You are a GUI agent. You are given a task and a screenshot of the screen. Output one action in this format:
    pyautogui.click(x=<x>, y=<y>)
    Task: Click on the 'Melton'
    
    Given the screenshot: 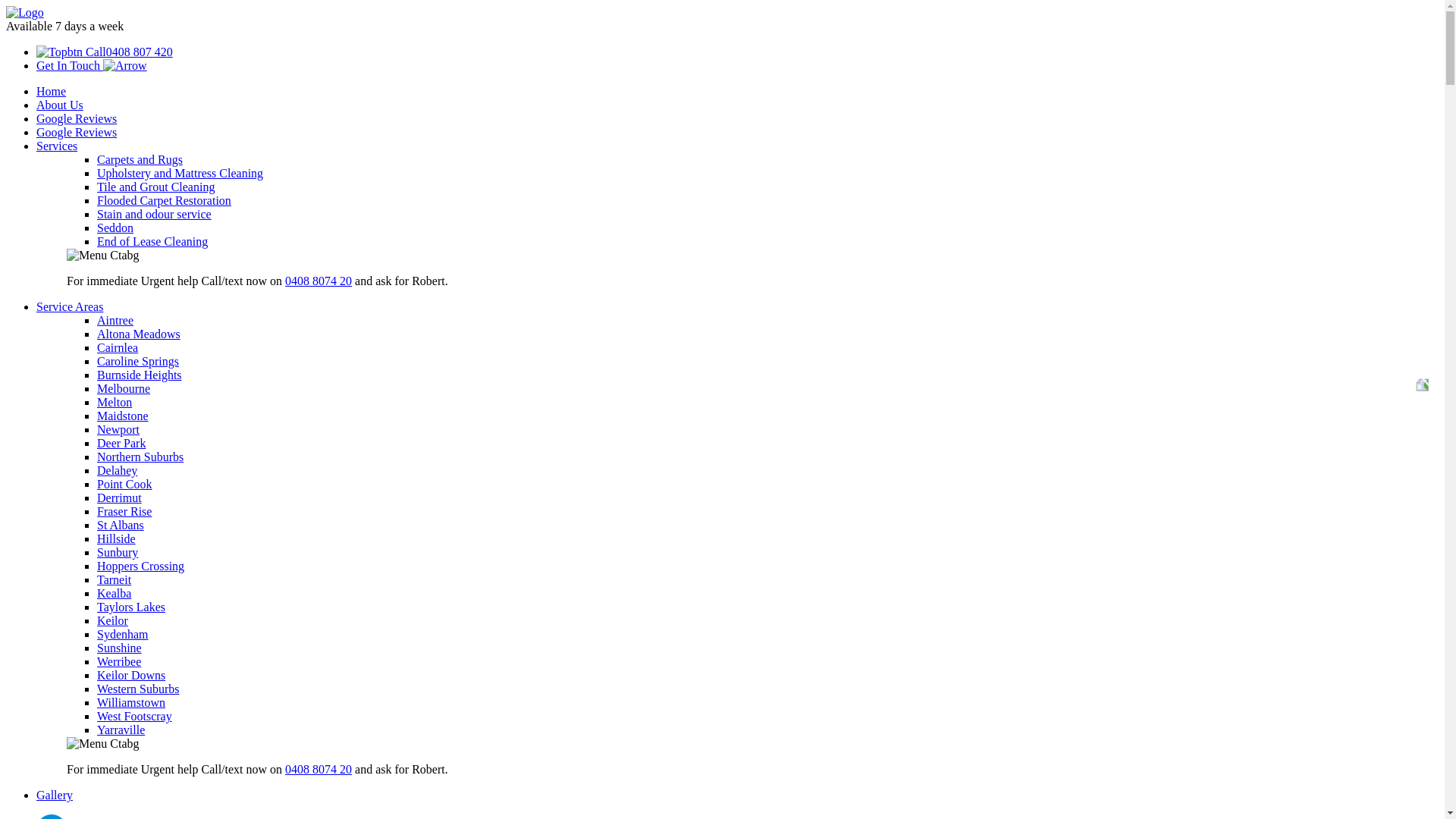 What is the action you would take?
    pyautogui.click(x=96, y=401)
    